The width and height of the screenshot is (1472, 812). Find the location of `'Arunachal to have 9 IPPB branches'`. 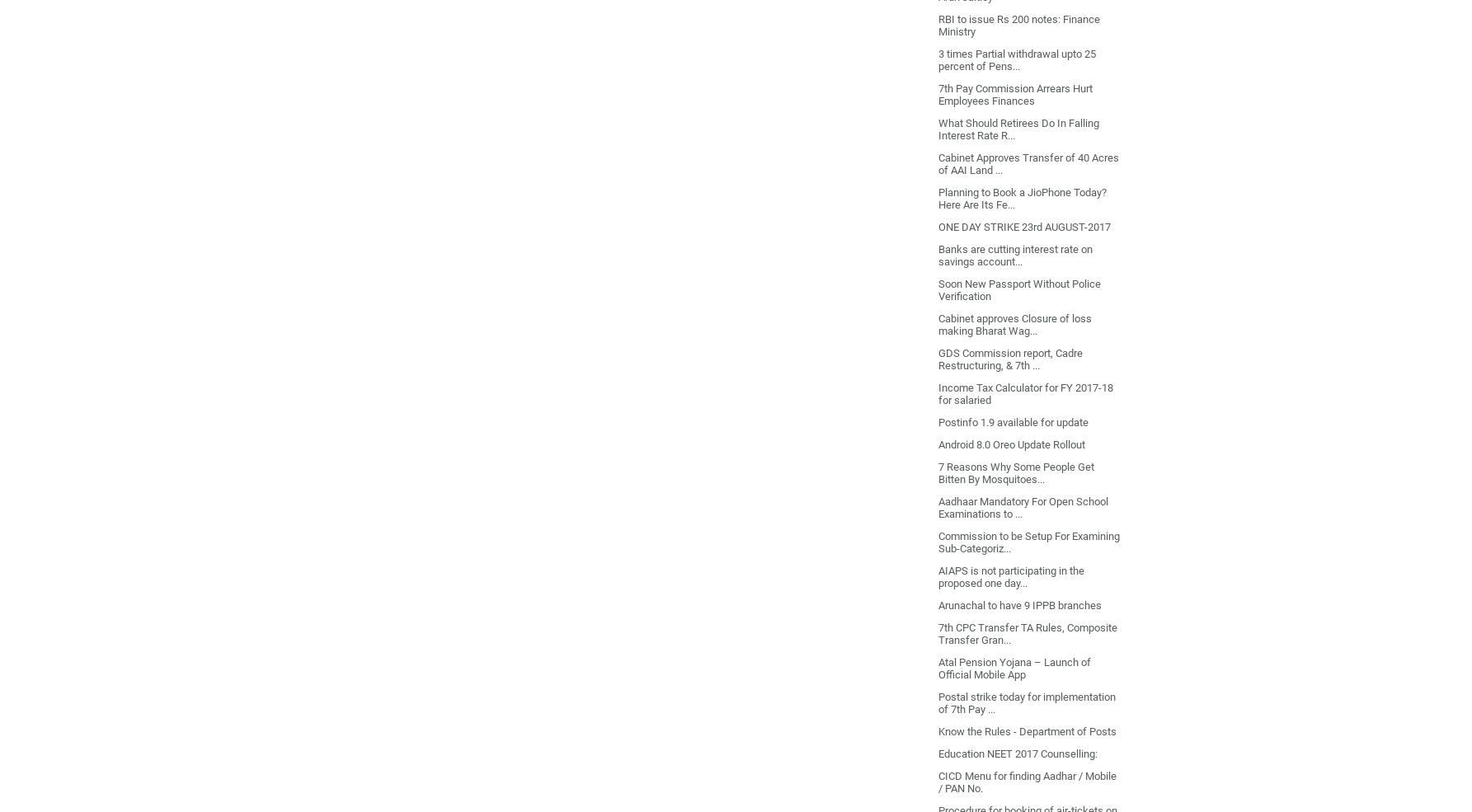

'Arunachal to have 9 IPPB branches' is located at coordinates (1018, 604).